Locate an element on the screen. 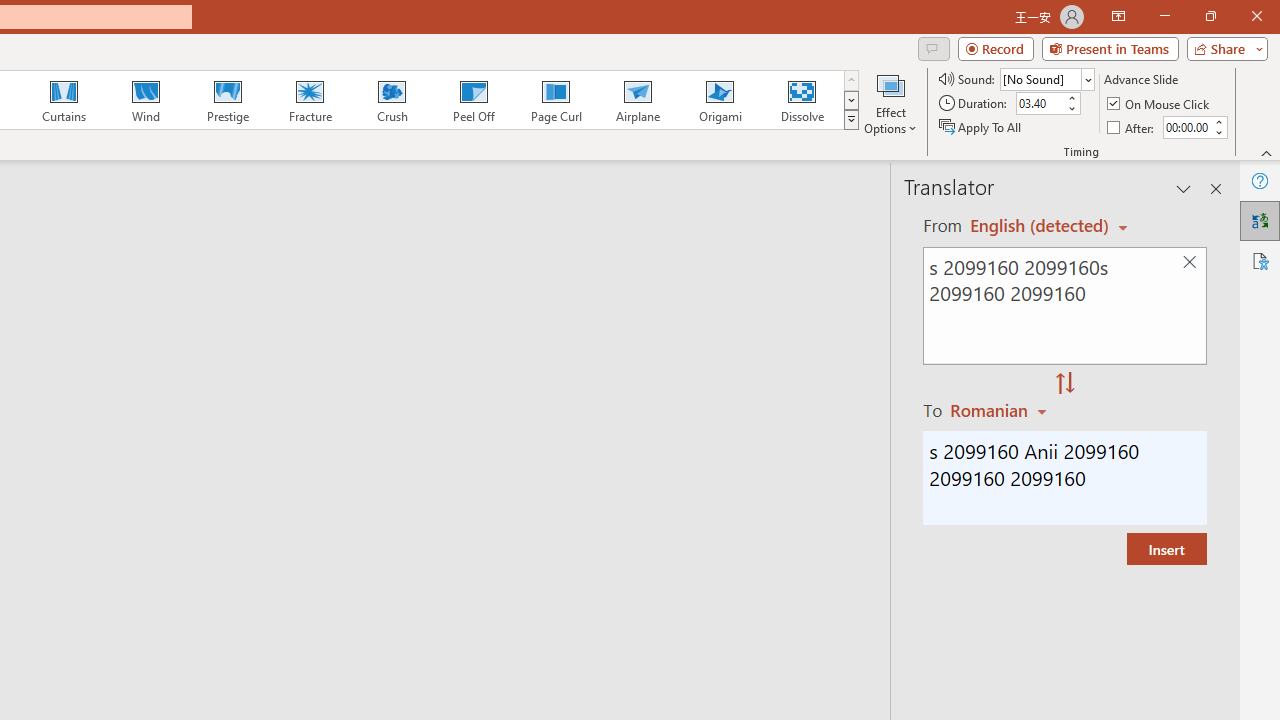 This screenshot has height=720, width=1280. 'Fracture' is located at coordinates (308, 100).